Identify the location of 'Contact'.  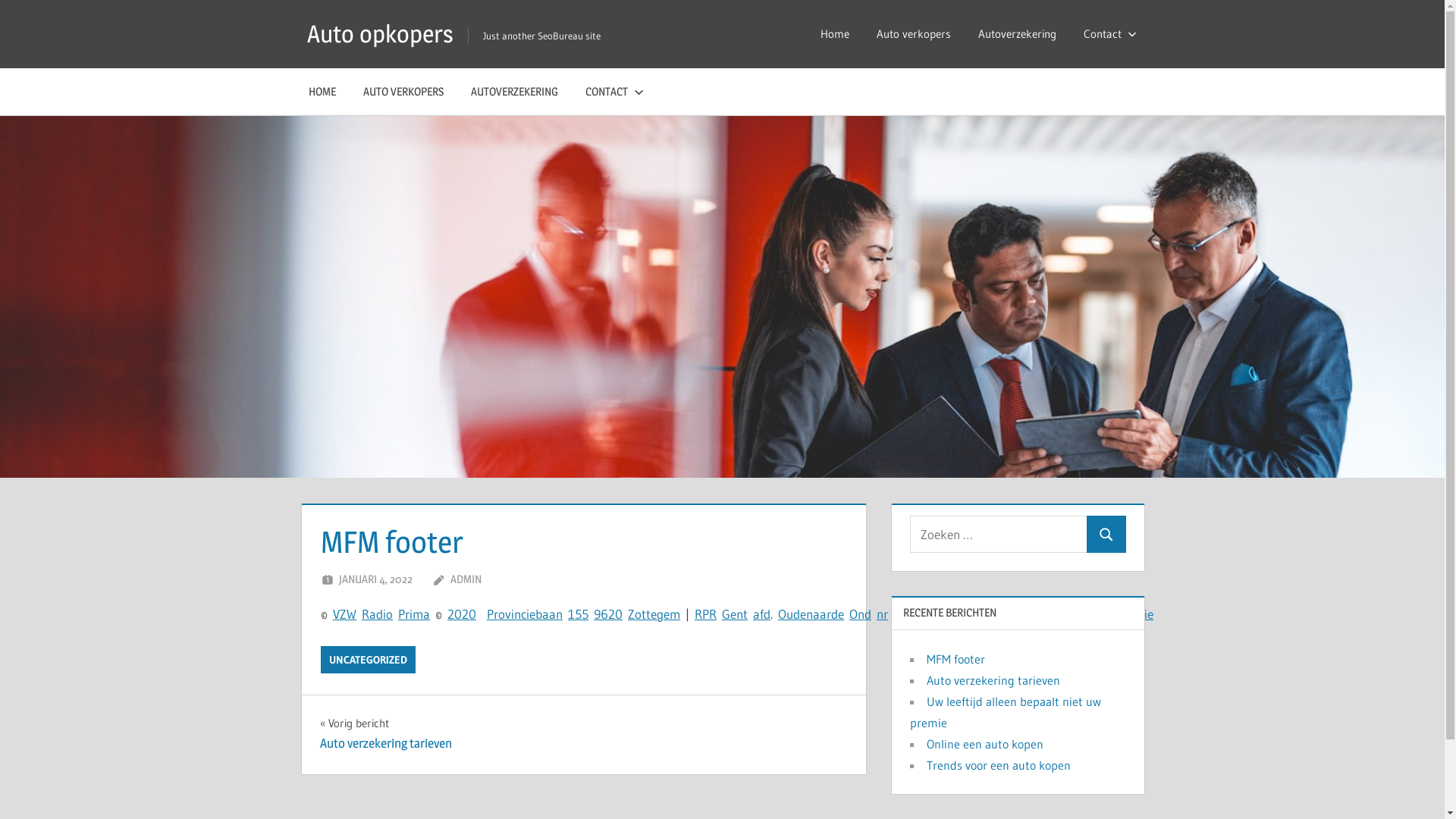
(1068, 34).